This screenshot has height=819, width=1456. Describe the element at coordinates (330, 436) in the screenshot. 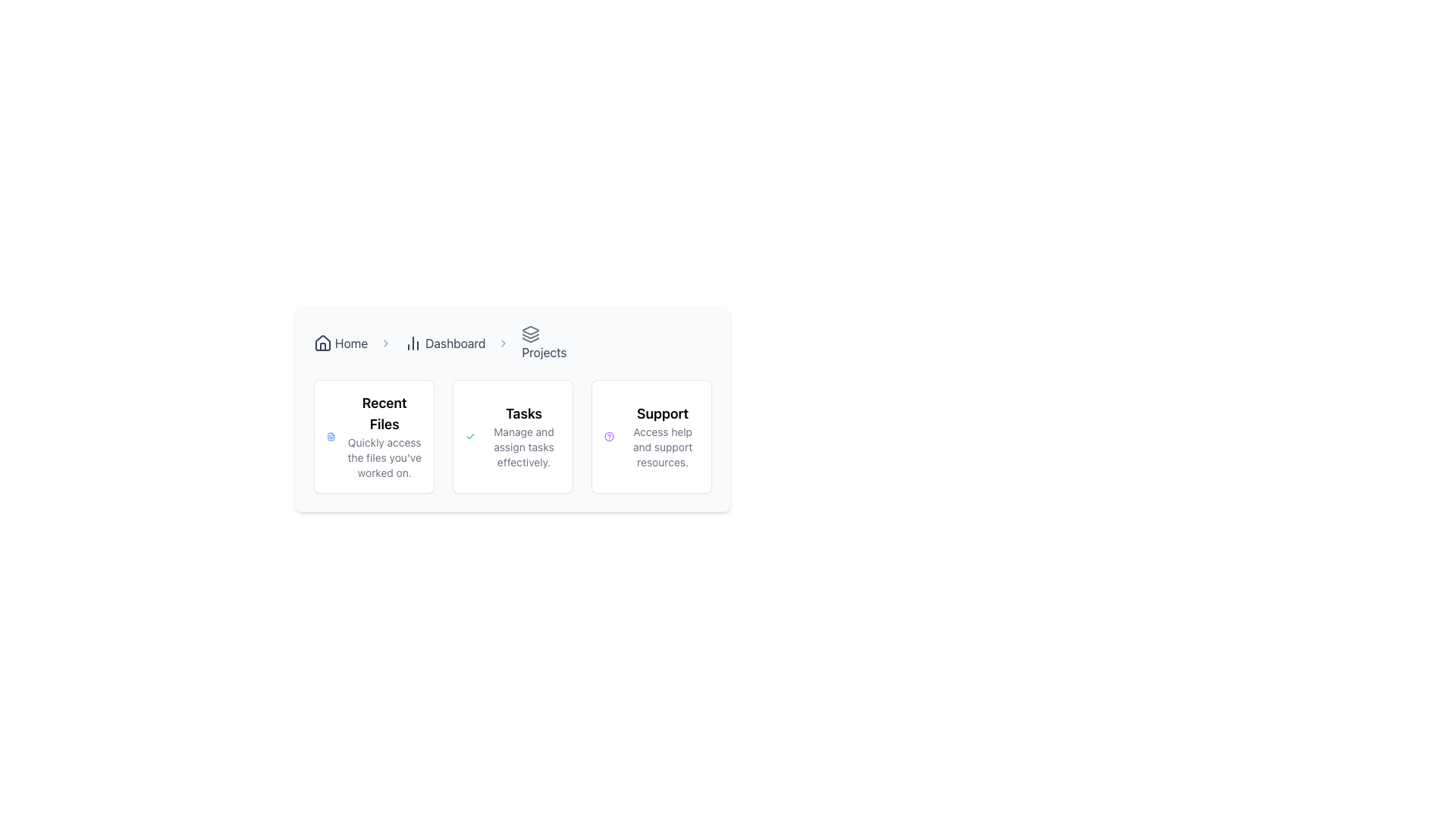

I see `the decorative icon in the 'Recent Files' card, which is positioned at the top-left corner above the text 'Recent Files'` at that location.